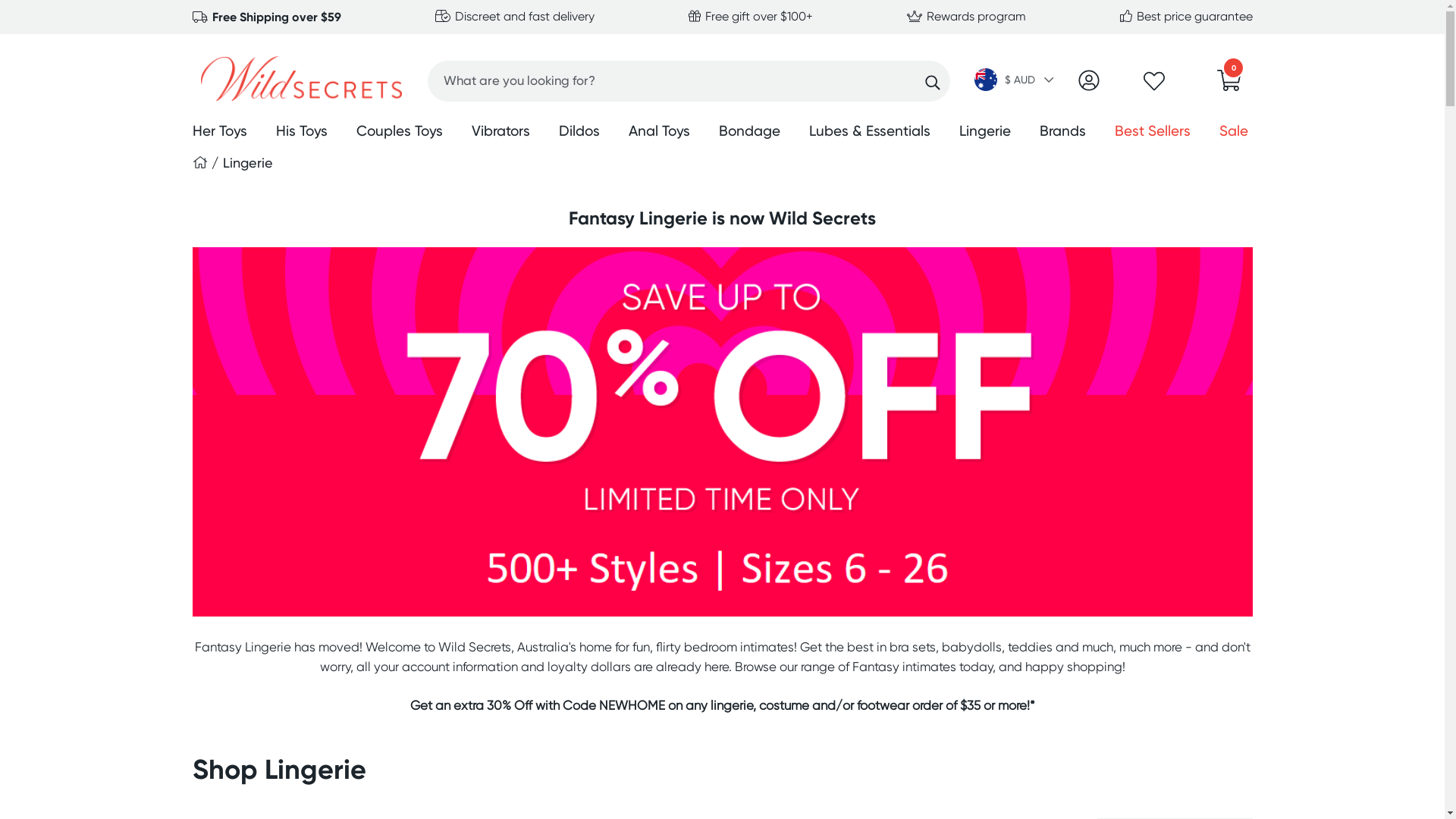 This screenshot has width=1456, height=819. What do you see at coordinates (807, 131) in the screenshot?
I see `'Lubes & Essentials'` at bounding box center [807, 131].